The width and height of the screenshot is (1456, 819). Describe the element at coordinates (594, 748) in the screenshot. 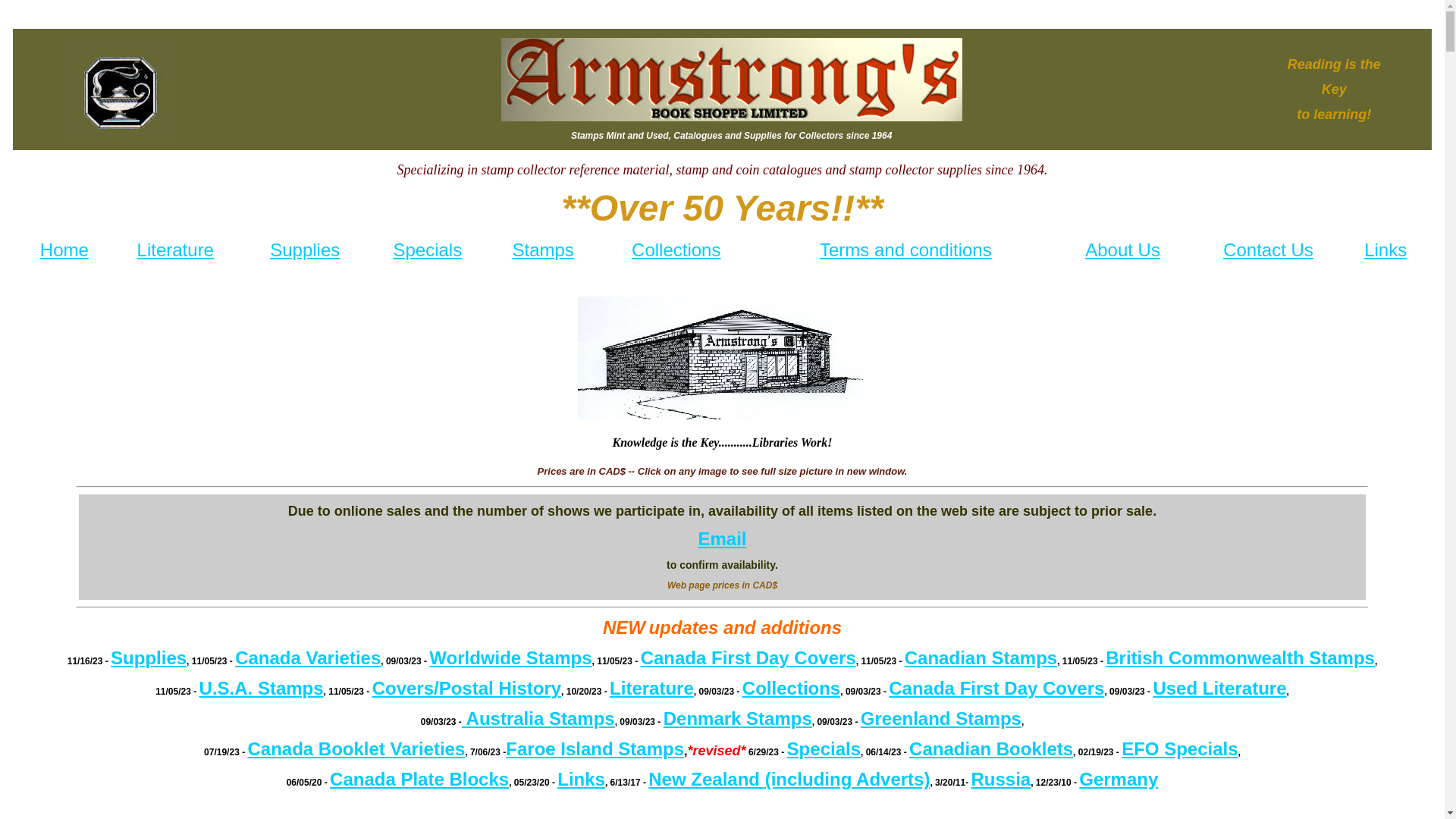

I see `'Faroe Island Stamps'` at that location.